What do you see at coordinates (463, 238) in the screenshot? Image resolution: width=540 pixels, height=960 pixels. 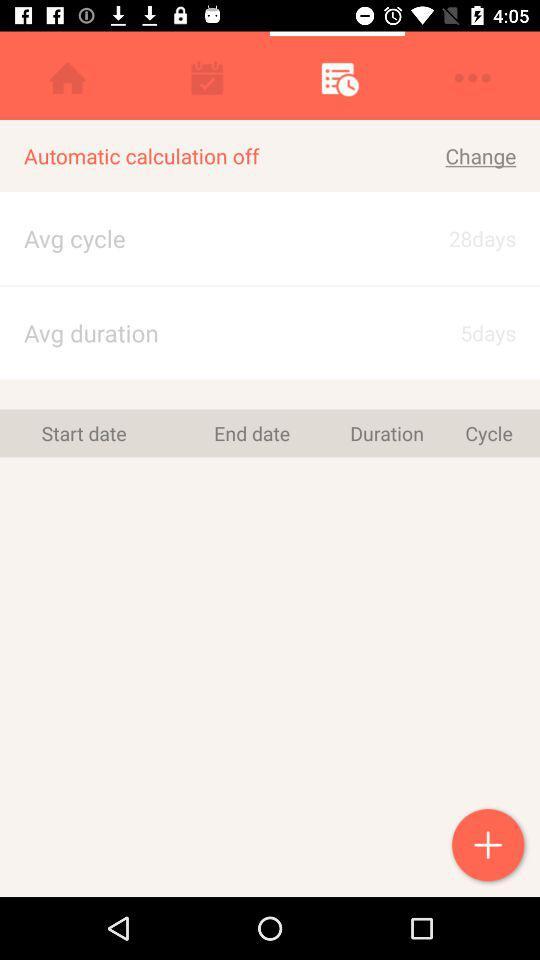 I see `icon to the right of the automatic calculation off icon` at bounding box center [463, 238].